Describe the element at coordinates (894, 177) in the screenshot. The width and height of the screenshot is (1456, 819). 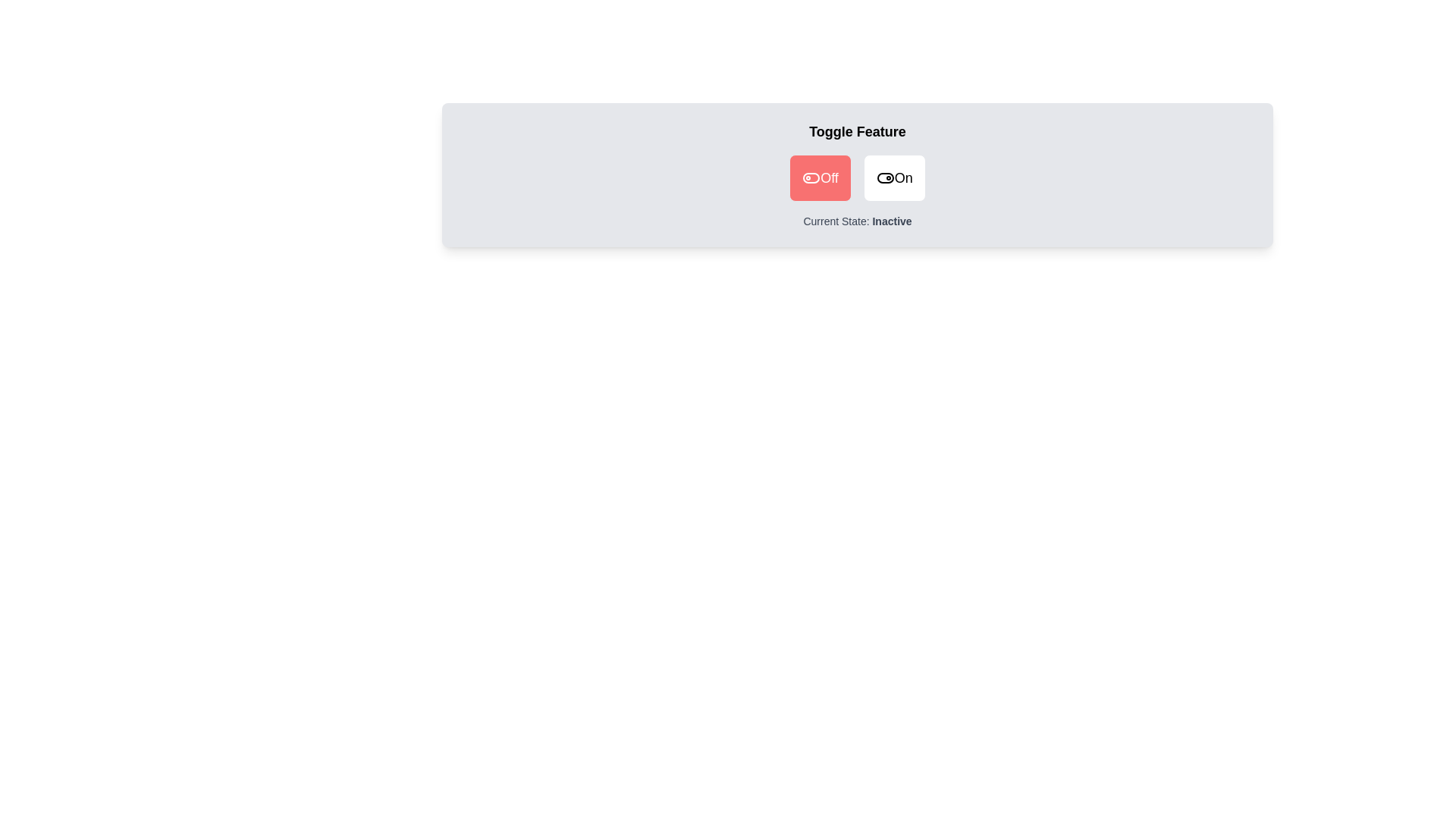
I see `the button labeled On` at that location.